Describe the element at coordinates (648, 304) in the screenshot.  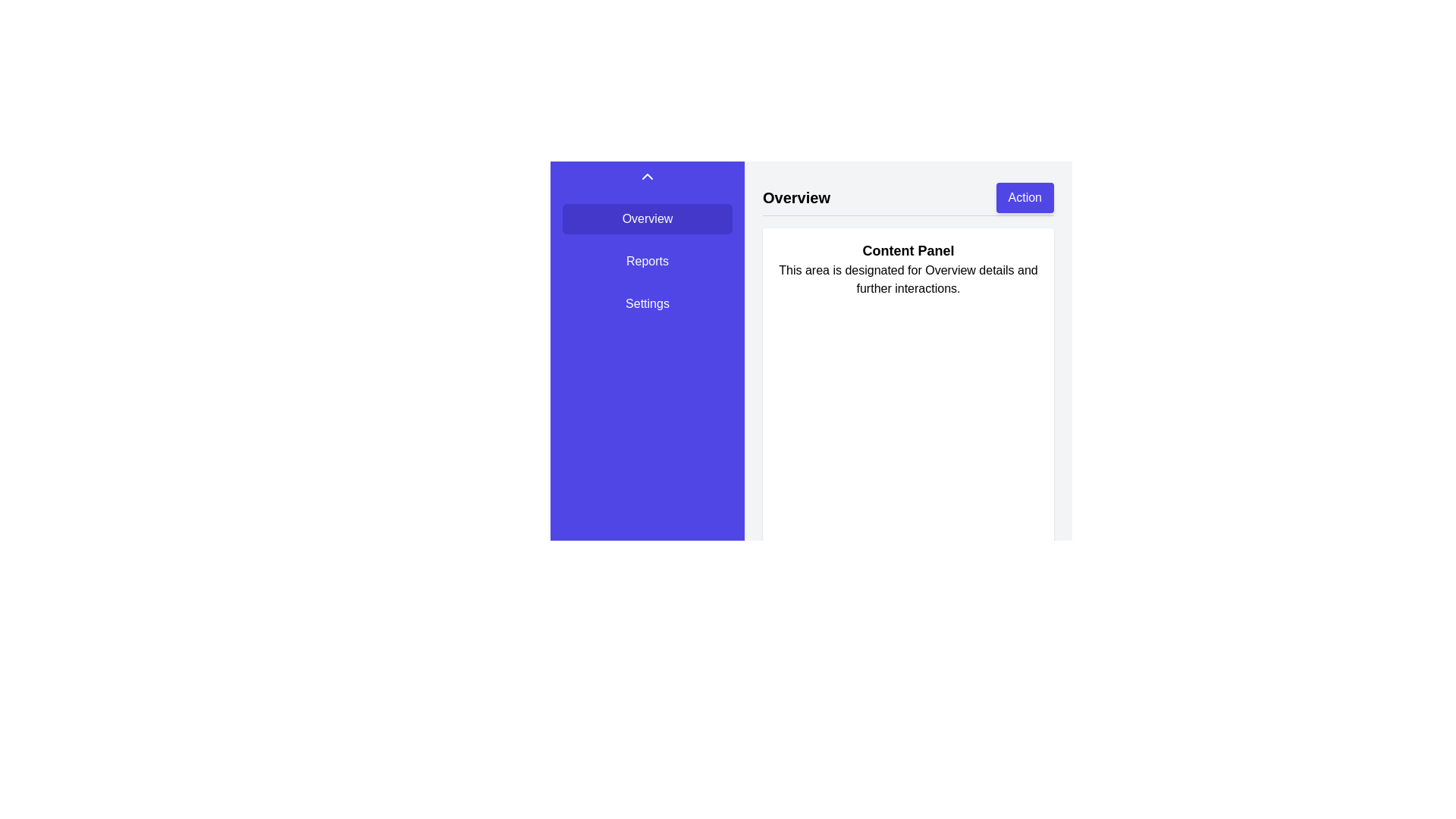
I see `the 'Settings' button, which is the third button in a vertical sequence within the menu on the left side of the interface, to observe any hover effects` at that location.